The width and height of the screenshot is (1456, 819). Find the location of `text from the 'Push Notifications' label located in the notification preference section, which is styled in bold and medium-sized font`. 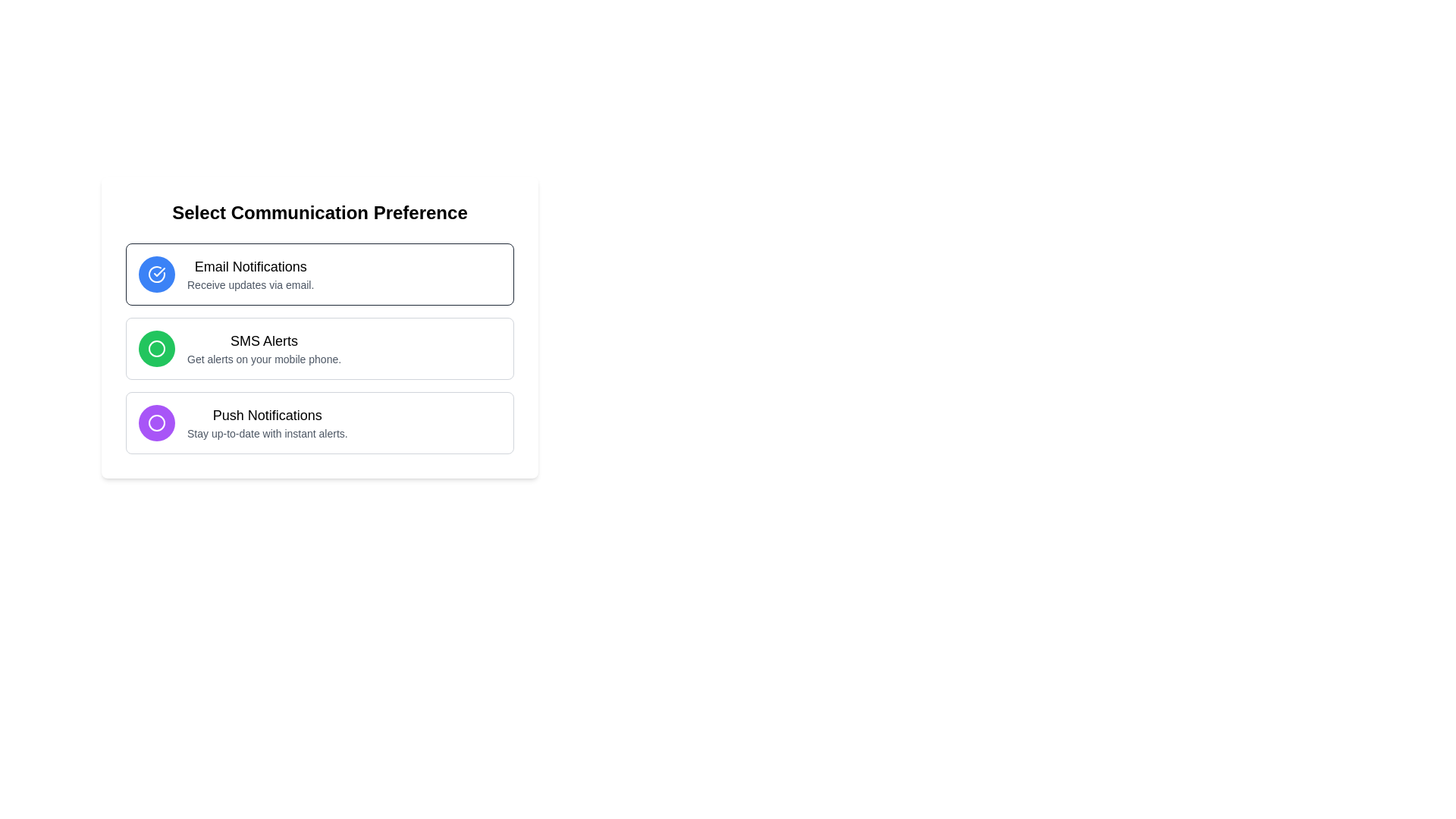

text from the 'Push Notifications' label located in the notification preference section, which is styled in bold and medium-sized font is located at coordinates (267, 415).